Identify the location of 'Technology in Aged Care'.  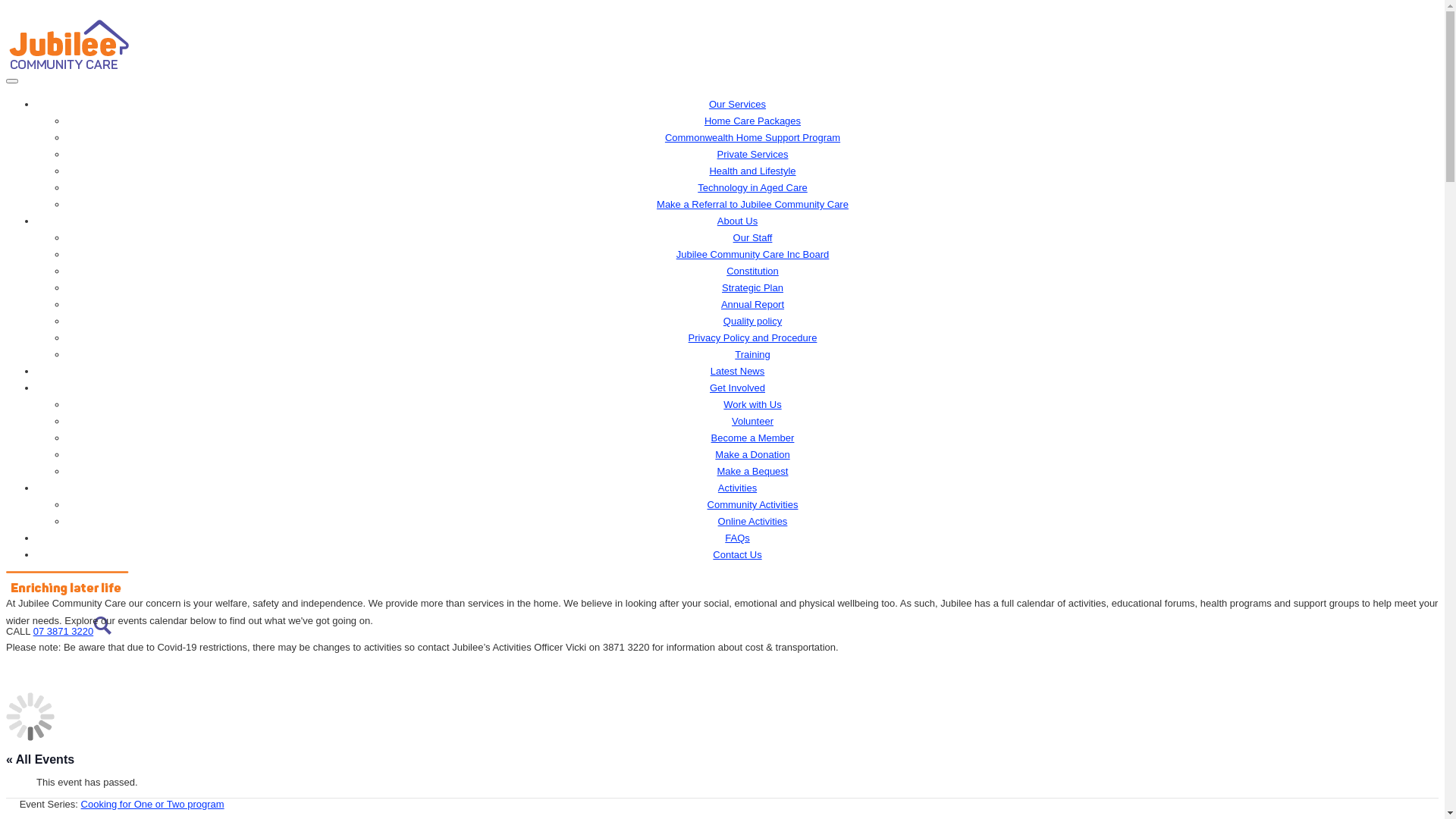
(752, 187).